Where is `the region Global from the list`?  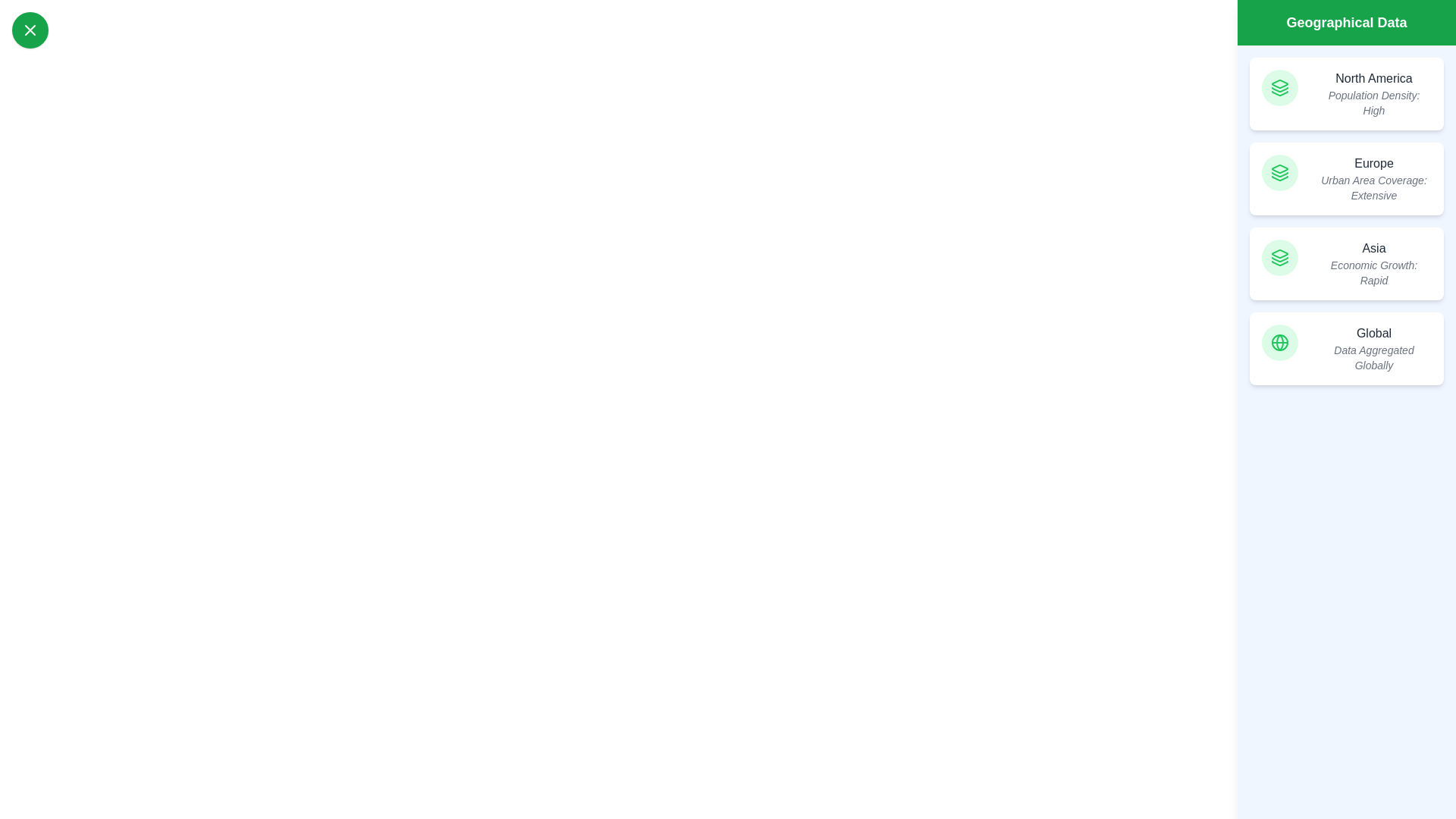
the region Global from the list is located at coordinates (1347, 348).